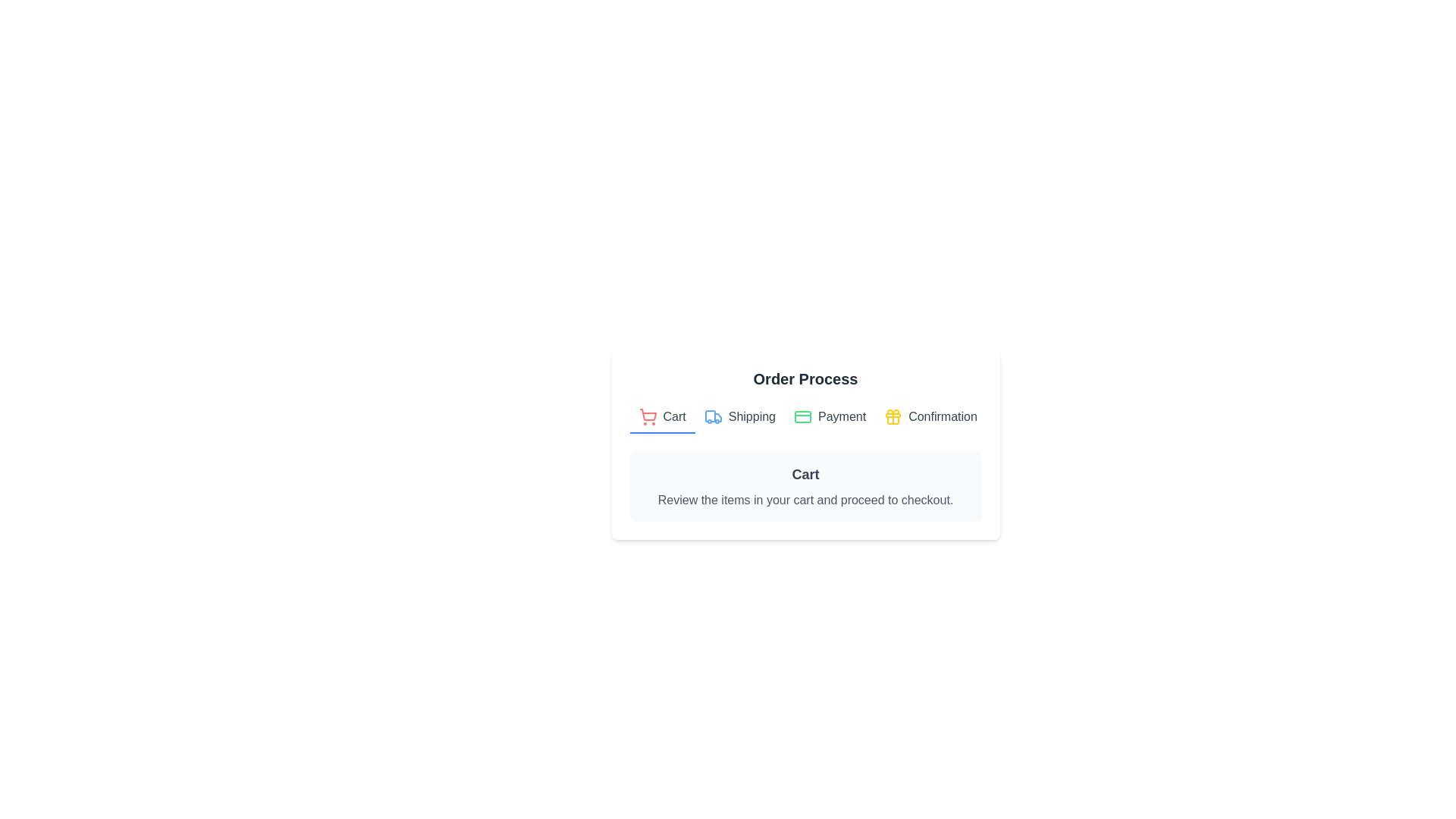 Image resolution: width=1456 pixels, height=819 pixels. What do you see at coordinates (930, 418) in the screenshot?
I see `the Confirmation tab to navigate to the corresponding step` at bounding box center [930, 418].